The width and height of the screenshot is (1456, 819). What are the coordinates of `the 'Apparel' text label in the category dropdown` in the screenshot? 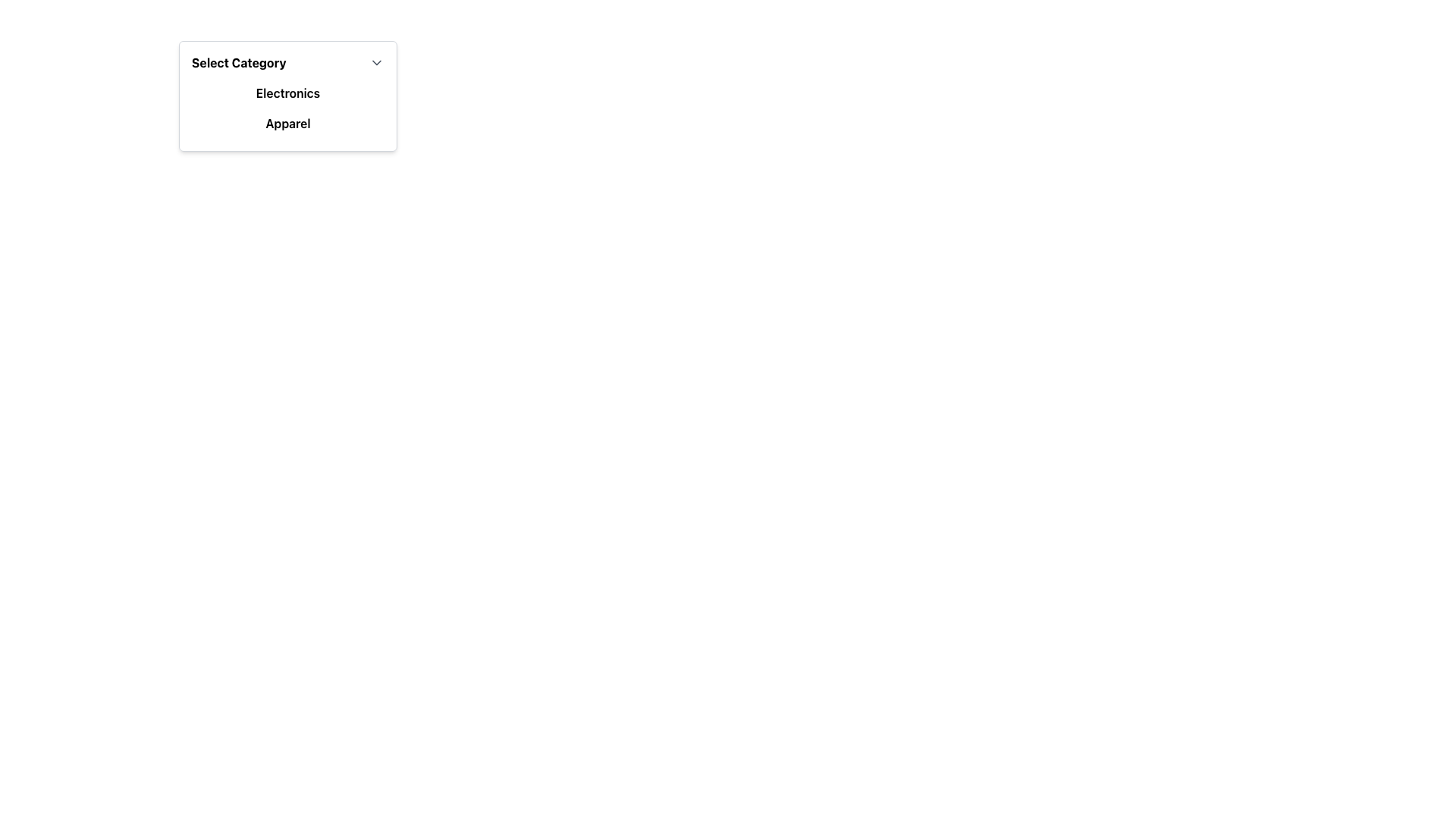 It's located at (287, 122).